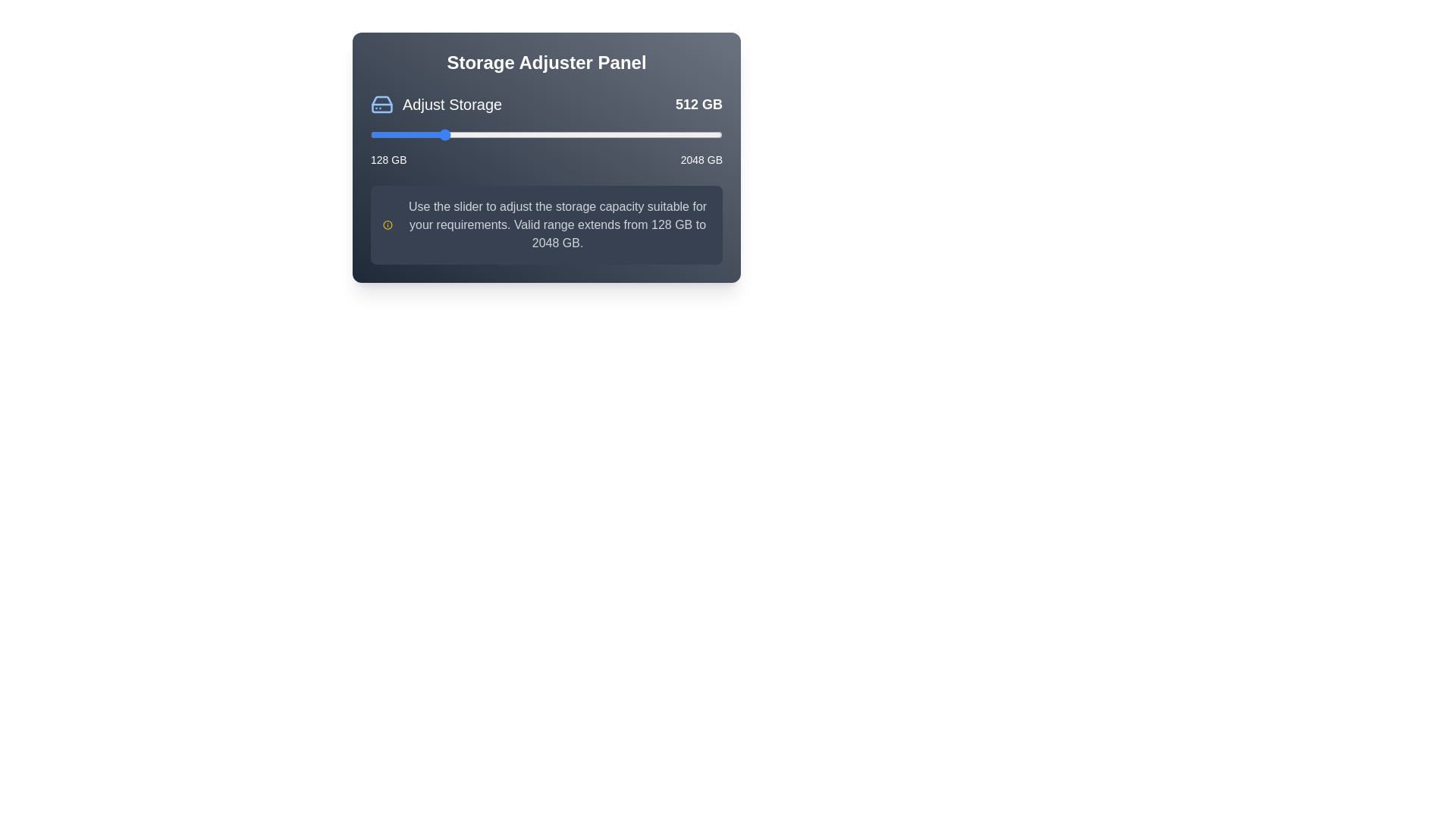  What do you see at coordinates (382, 104) in the screenshot?
I see `the dark rectangle with slanted edges at the top, resembling a stylized hard drive icon, located within the 'Storage Adjuster Panel' card` at bounding box center [382, 104].